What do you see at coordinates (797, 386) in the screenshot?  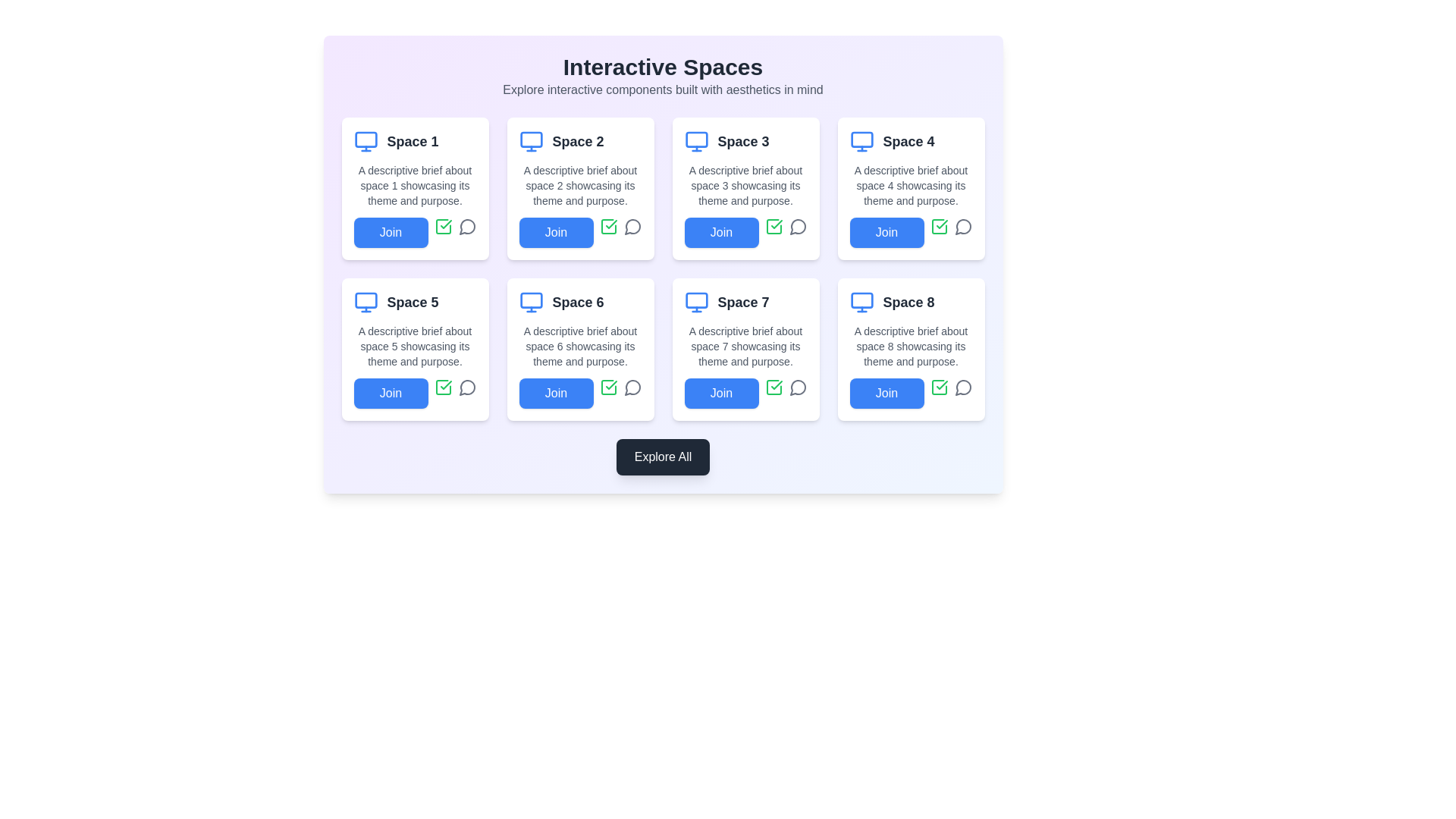 I see `the light gray circular speech bubble icon, which is the third icon in a horizontal row` at bounding box center [797, 386].